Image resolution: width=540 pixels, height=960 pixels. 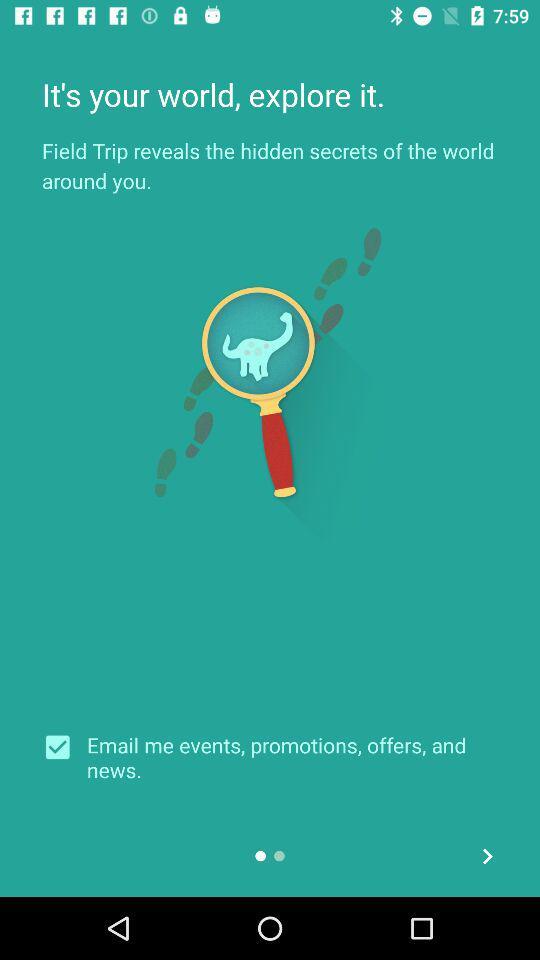 I want to click on the email me events, so click(x=291, y=756).